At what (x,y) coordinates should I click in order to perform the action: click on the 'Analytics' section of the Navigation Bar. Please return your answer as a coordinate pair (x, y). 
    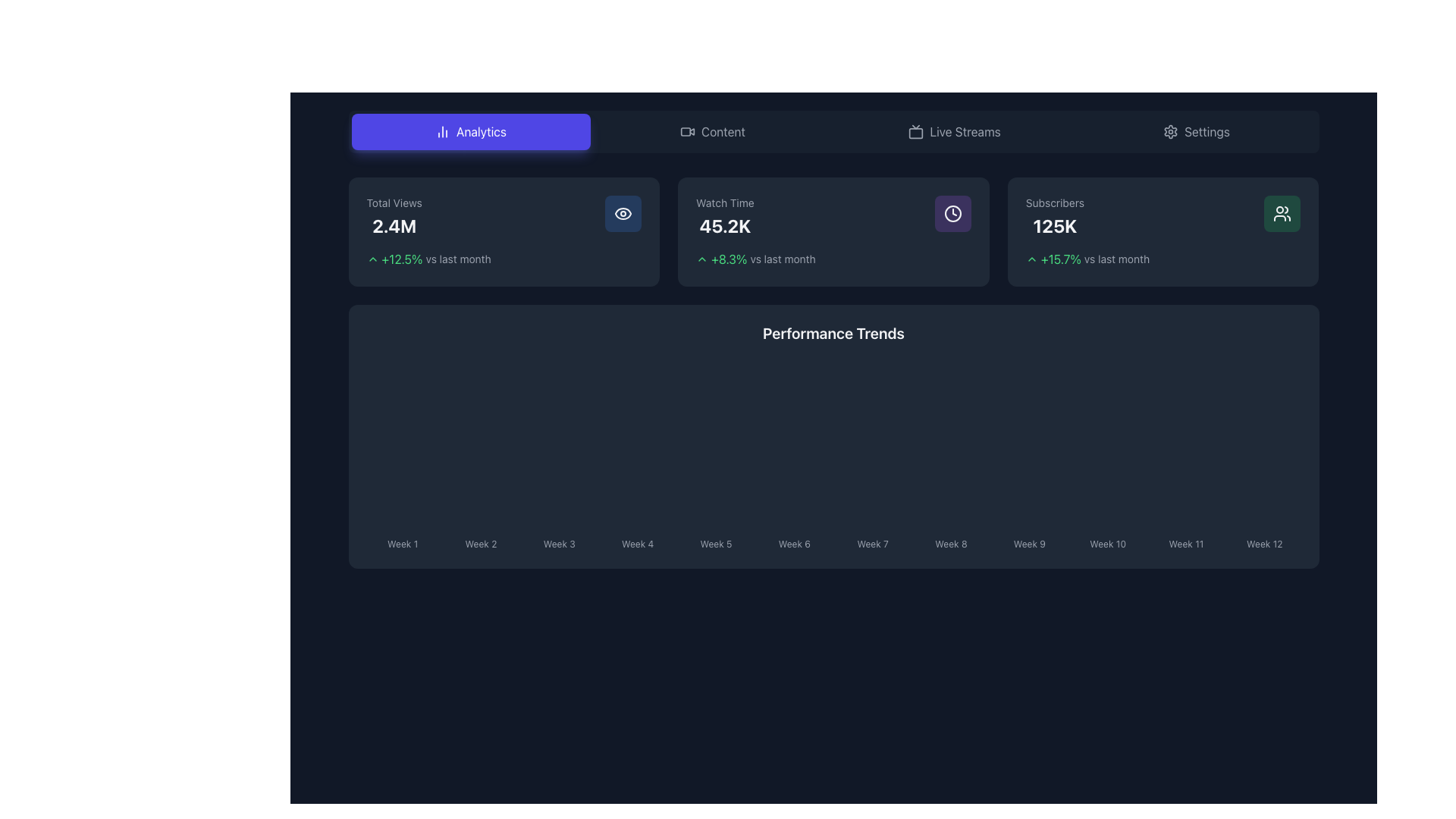
    Looking at the image, I should click on (833, 130).